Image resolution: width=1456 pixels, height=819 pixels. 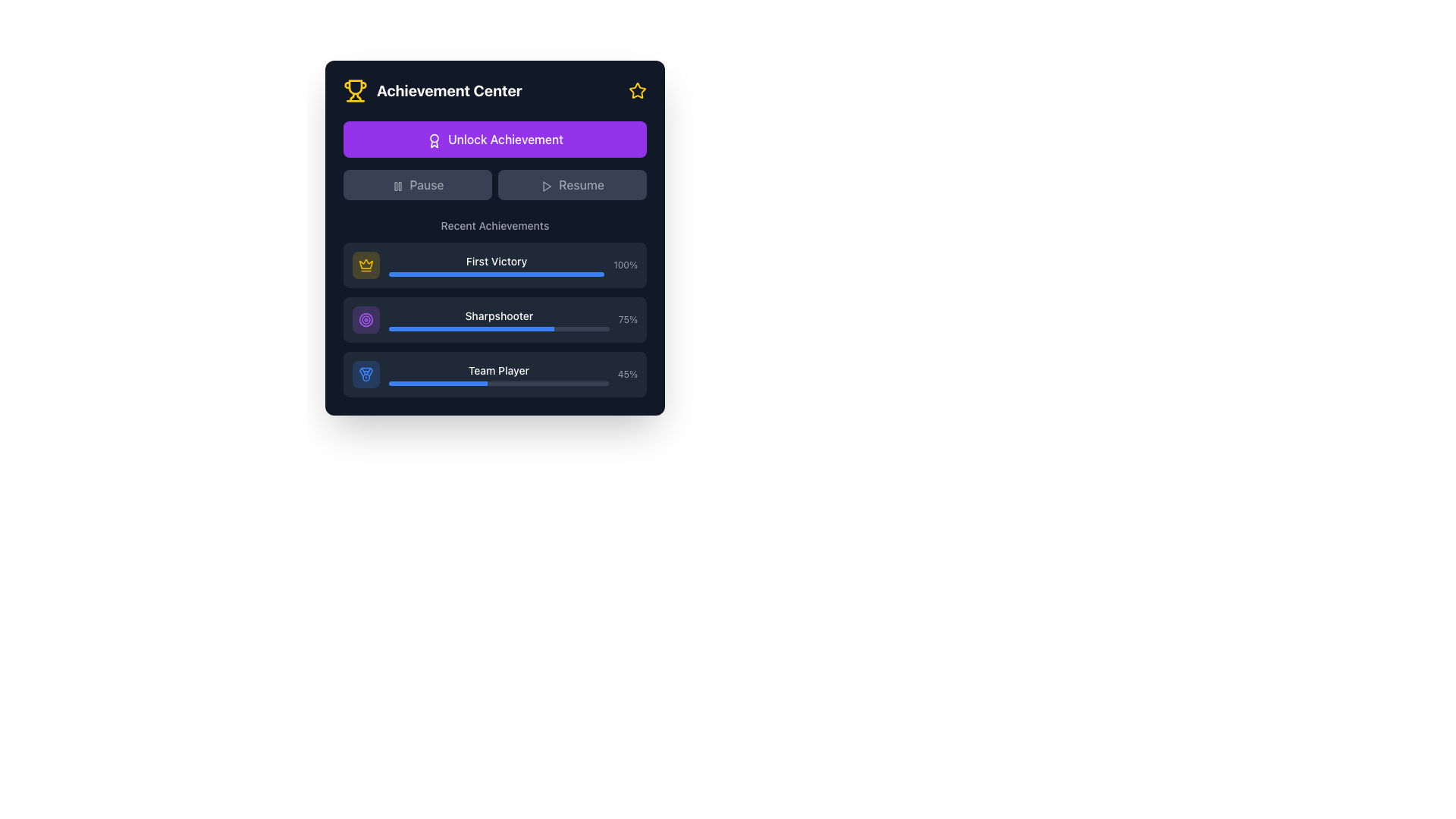 What do you see at coordinates (366, 265) in the screenshot?
I see `the crown icon representing the 'First Victory' achievement in the 'Recent Achievements' section` at bounding box center [366, 265].